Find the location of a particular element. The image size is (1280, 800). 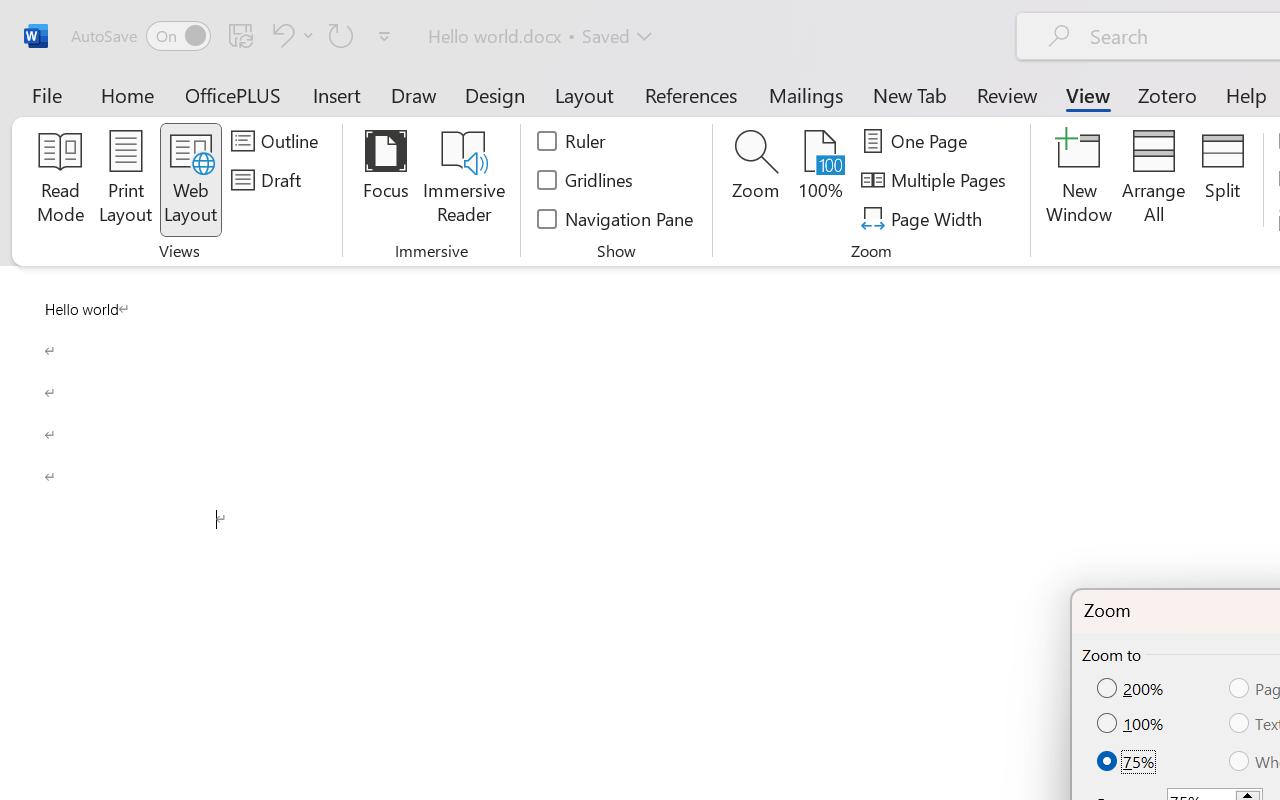

'Print Layout' is located at coordinates (125, 179).